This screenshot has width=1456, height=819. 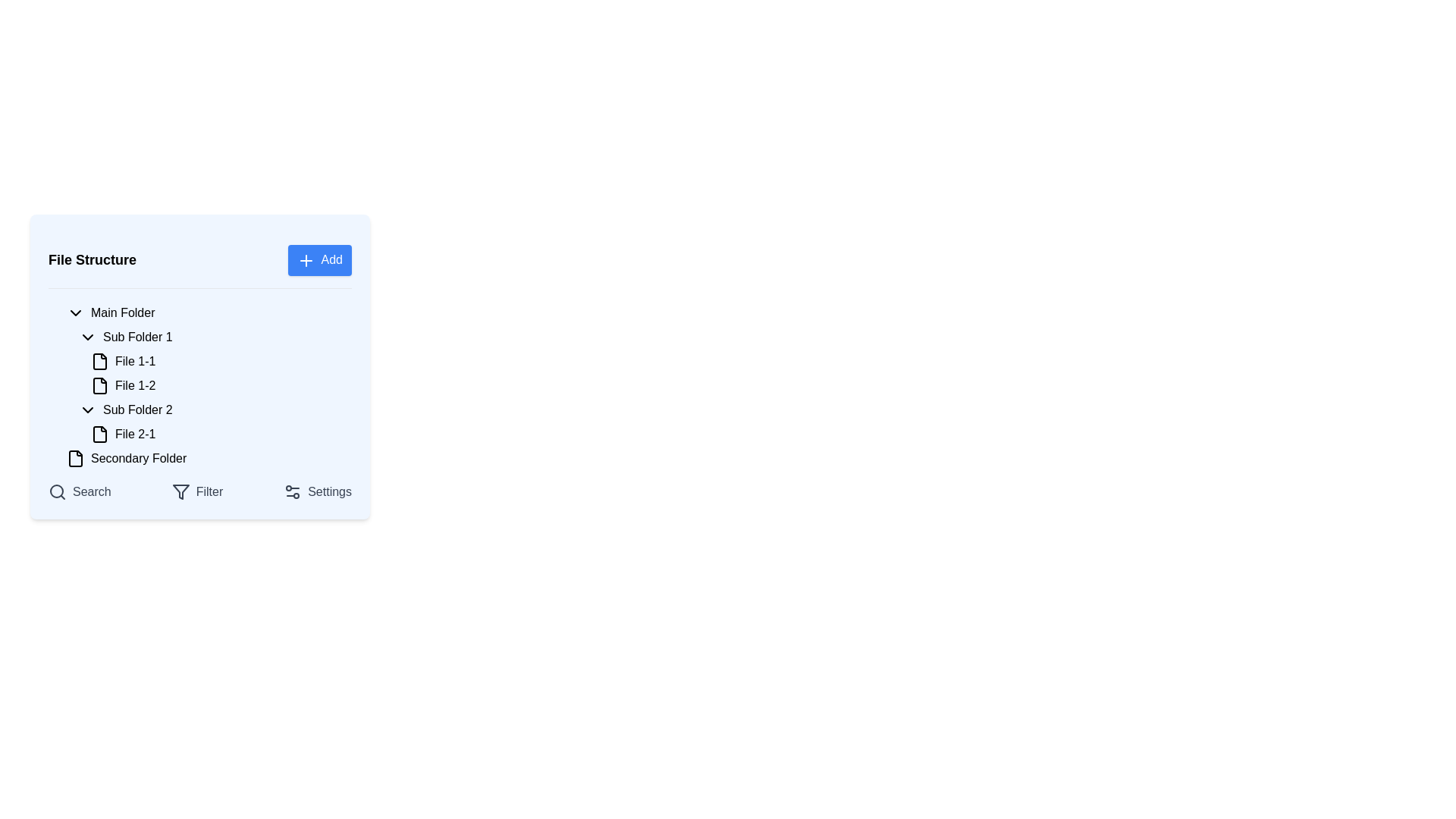 What do you see at coordinates (139, 457) in the screenshot?
I see `the text label displaying 'Secondary Folder'` at bounding box center [139, 457].